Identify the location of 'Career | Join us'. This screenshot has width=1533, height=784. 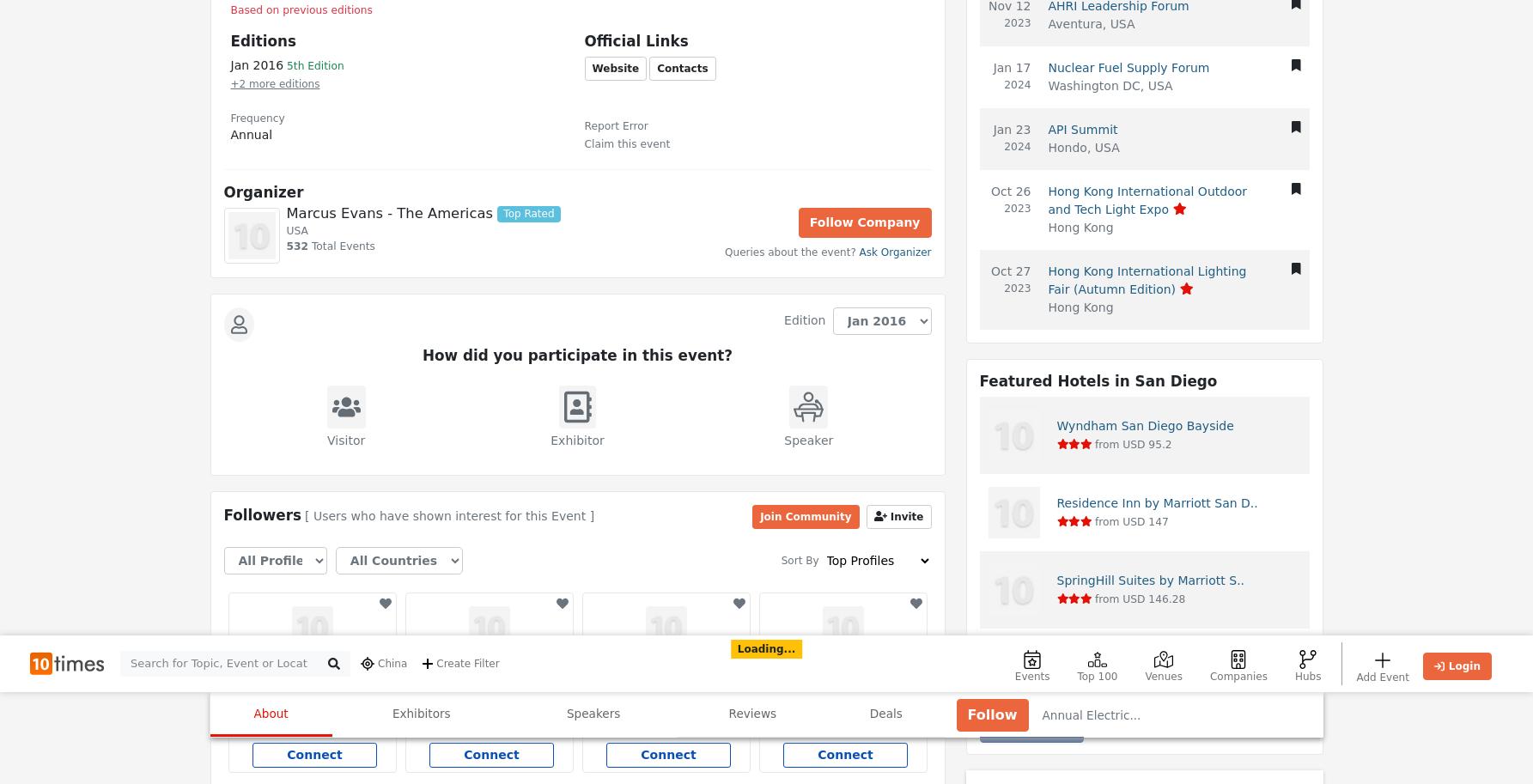
(262, 757).